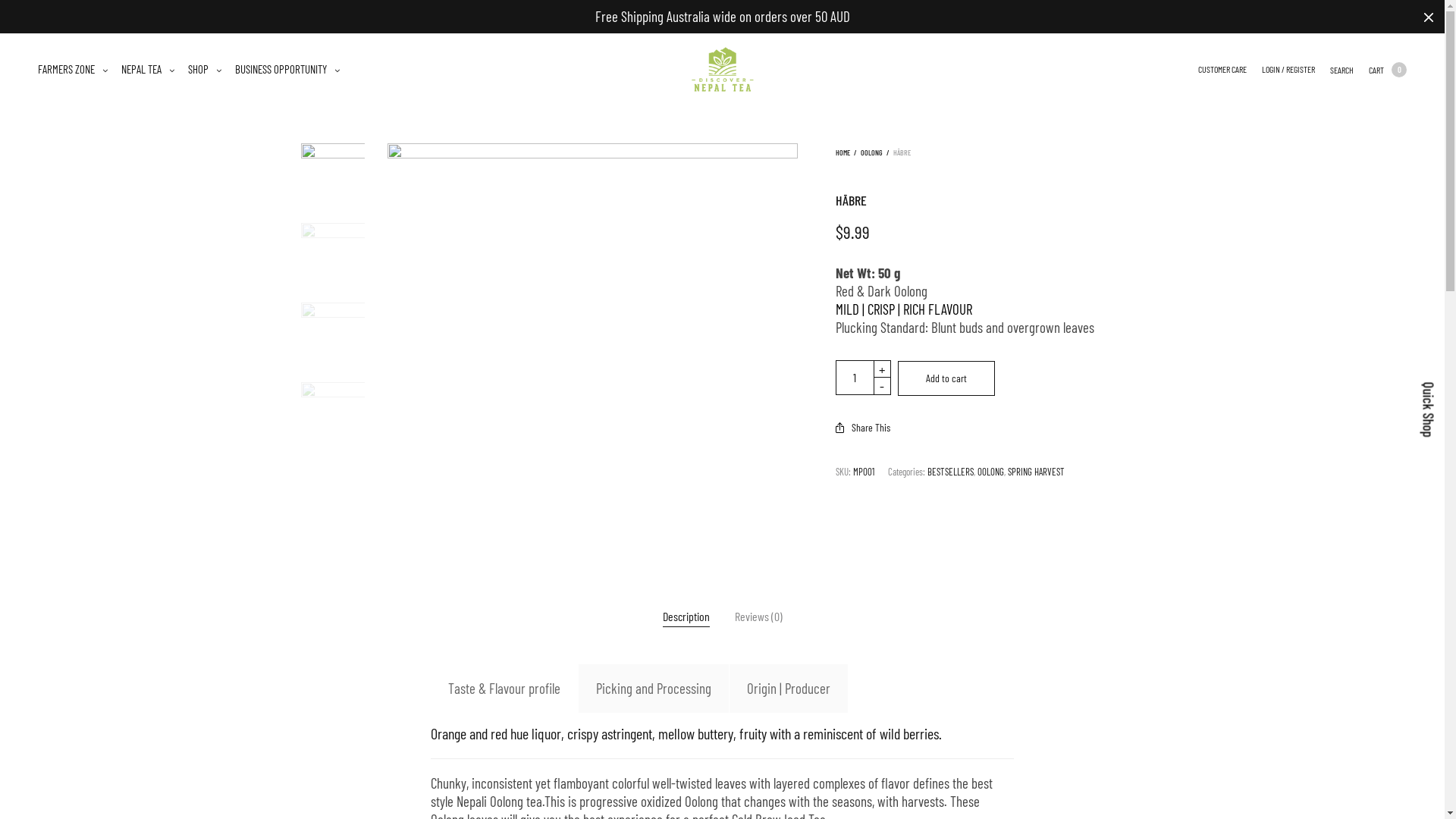  What do you see at coordinates (1262, 69) in the screenshot?
I see `'LOGIN / REGISTER'` at bounding box center [1262, 69].